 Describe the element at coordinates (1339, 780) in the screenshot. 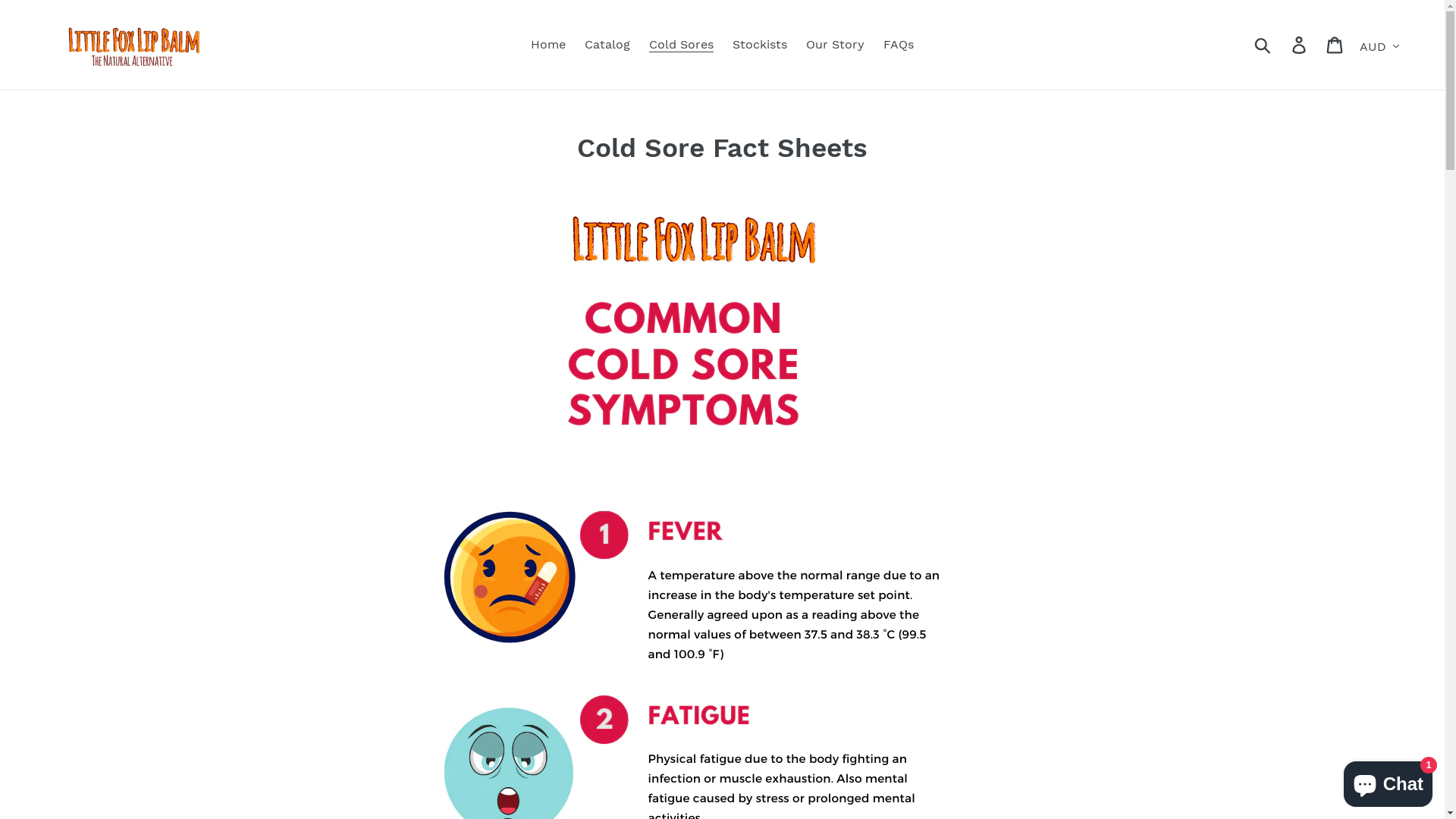

I see `'Shopify online store chat'` at that location.